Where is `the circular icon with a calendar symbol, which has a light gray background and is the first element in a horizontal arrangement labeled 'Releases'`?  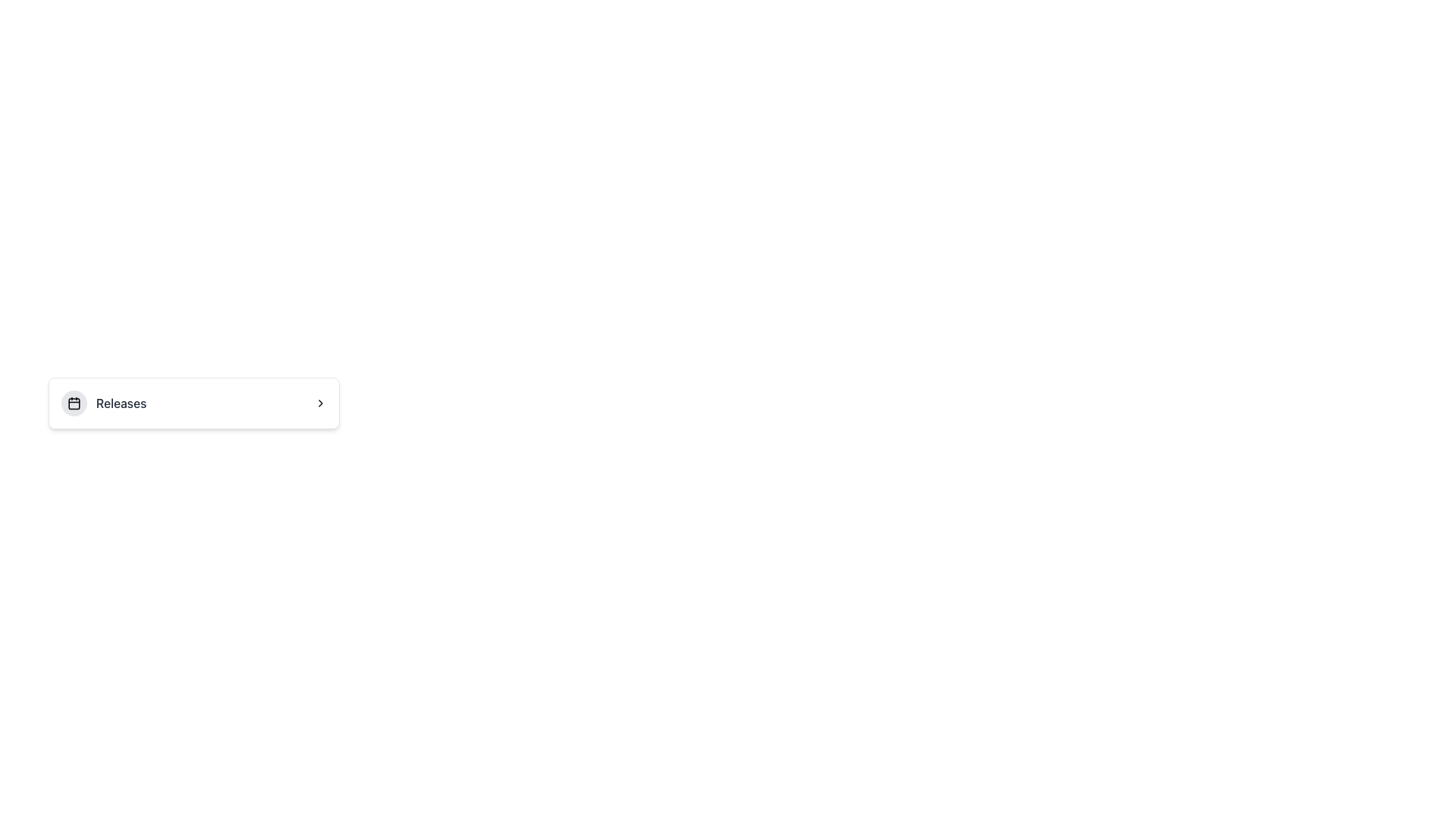 the circular icon with a calendar symbol, which has a light gray background and is the first element in a horizontal arrangement labeled 'Releases' is located at coordinates (73, 403).